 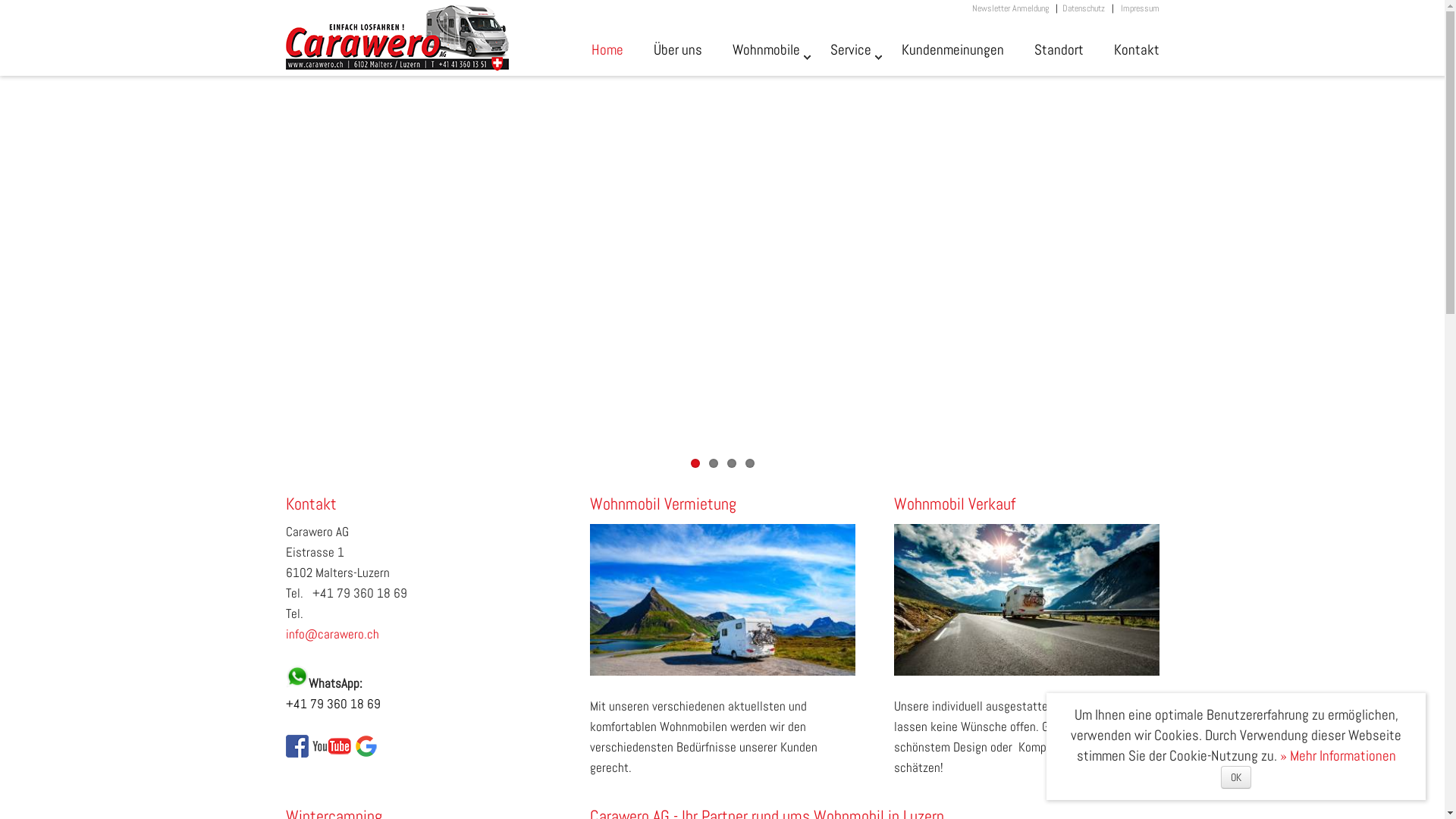 What do you see at coordinates (749, 462) in the screenshot?
I see `'4'` at bounding box center [749, 462].